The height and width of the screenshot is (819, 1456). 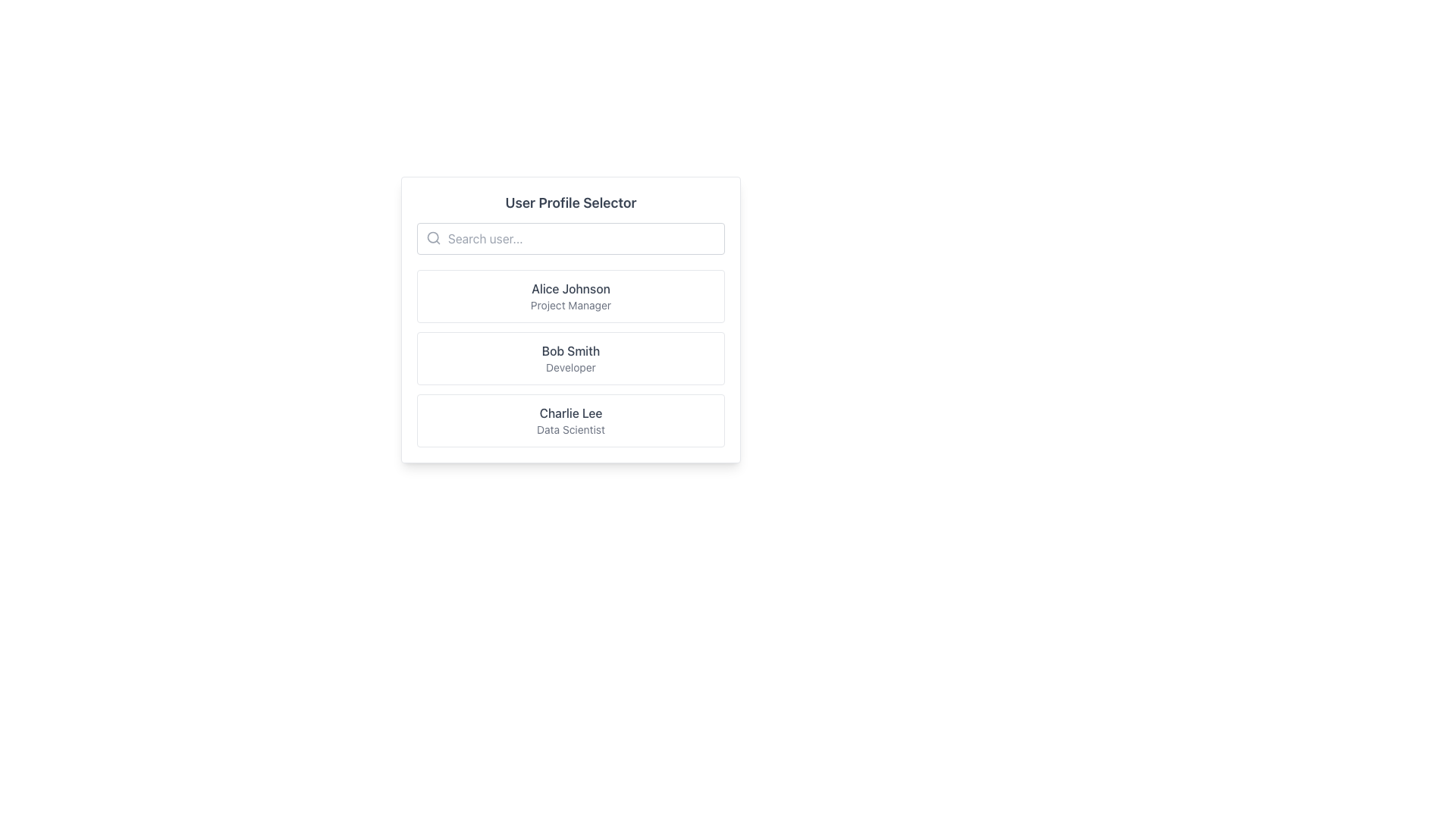 I want to click on the static text label displaying 'Developer' located below the name 'Bob Smith' in the third user profile card, so click(x=570, y=368).